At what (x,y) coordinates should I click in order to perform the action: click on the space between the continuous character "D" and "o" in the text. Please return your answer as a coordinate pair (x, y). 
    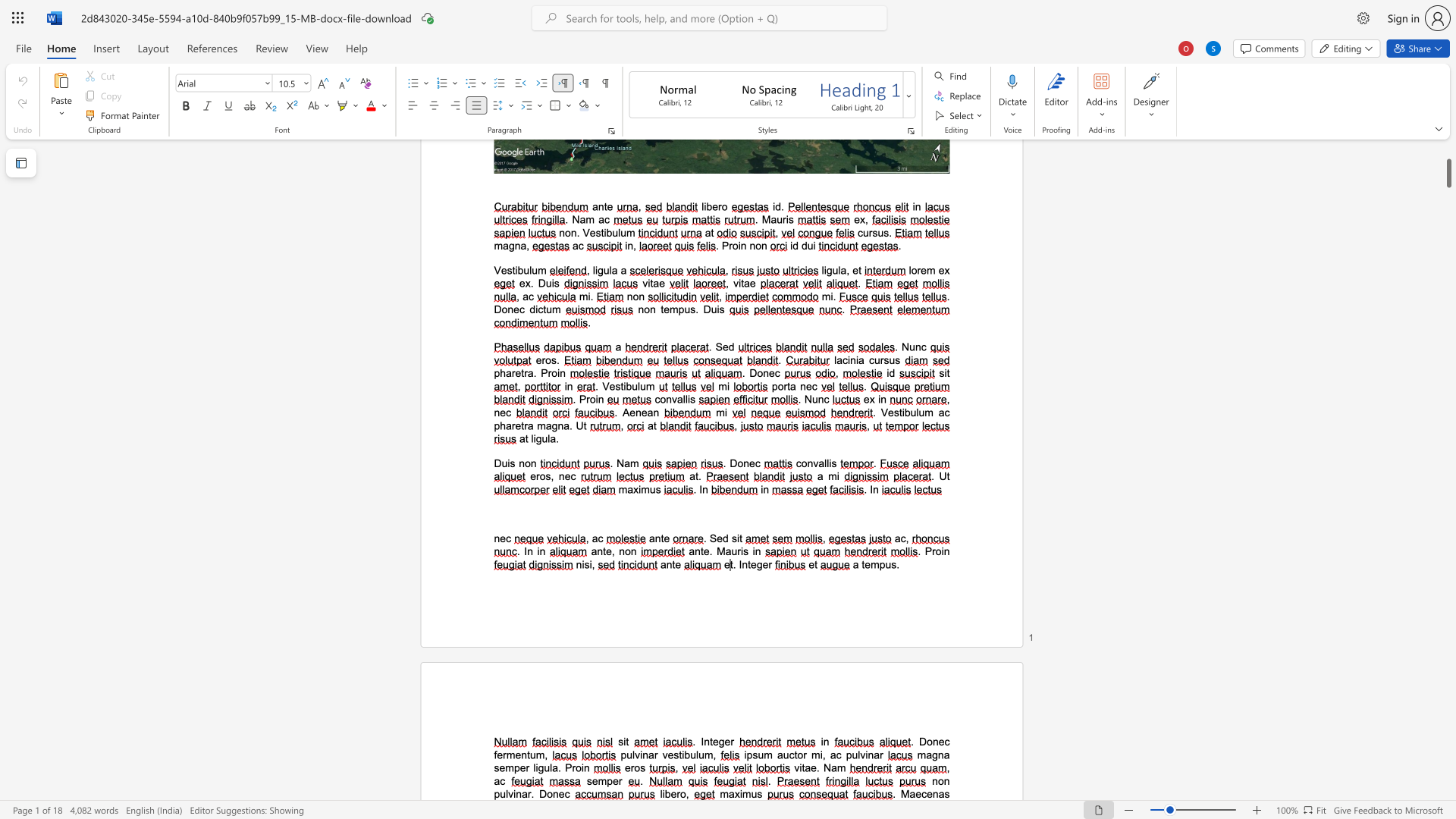
    Looking at the image, I should click on (546, 793).